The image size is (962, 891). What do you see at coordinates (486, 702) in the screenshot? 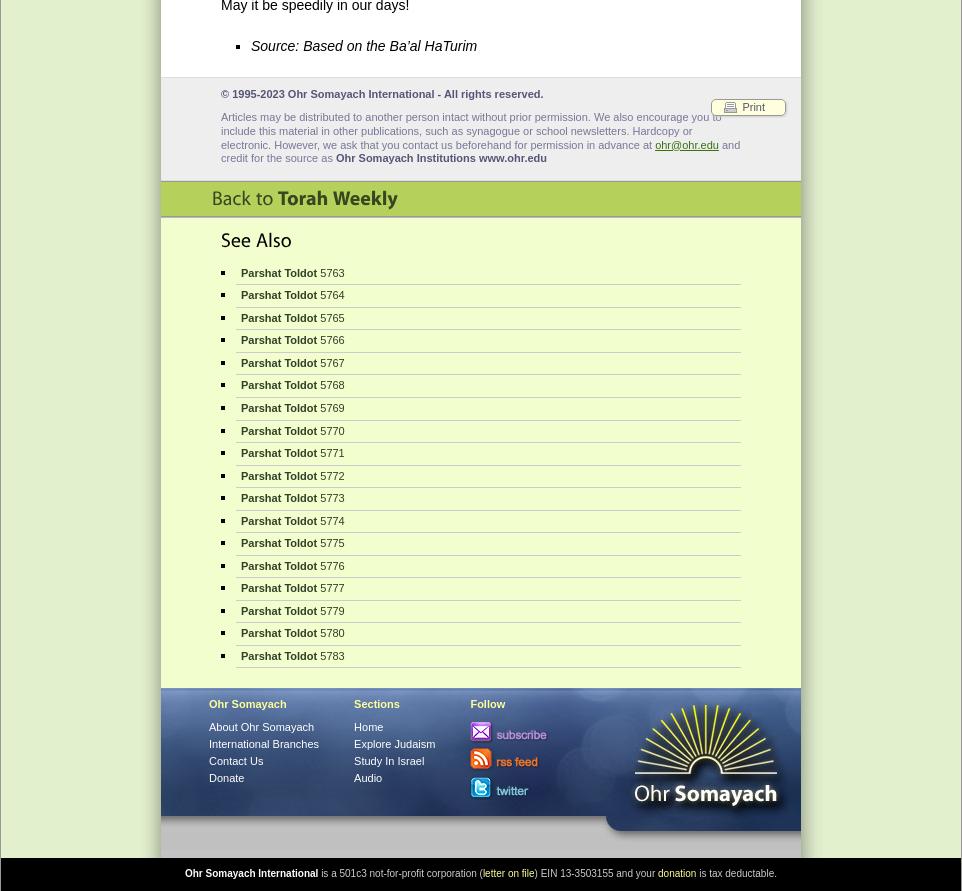
I see `'Follow'` at bounding box center [486, 702].